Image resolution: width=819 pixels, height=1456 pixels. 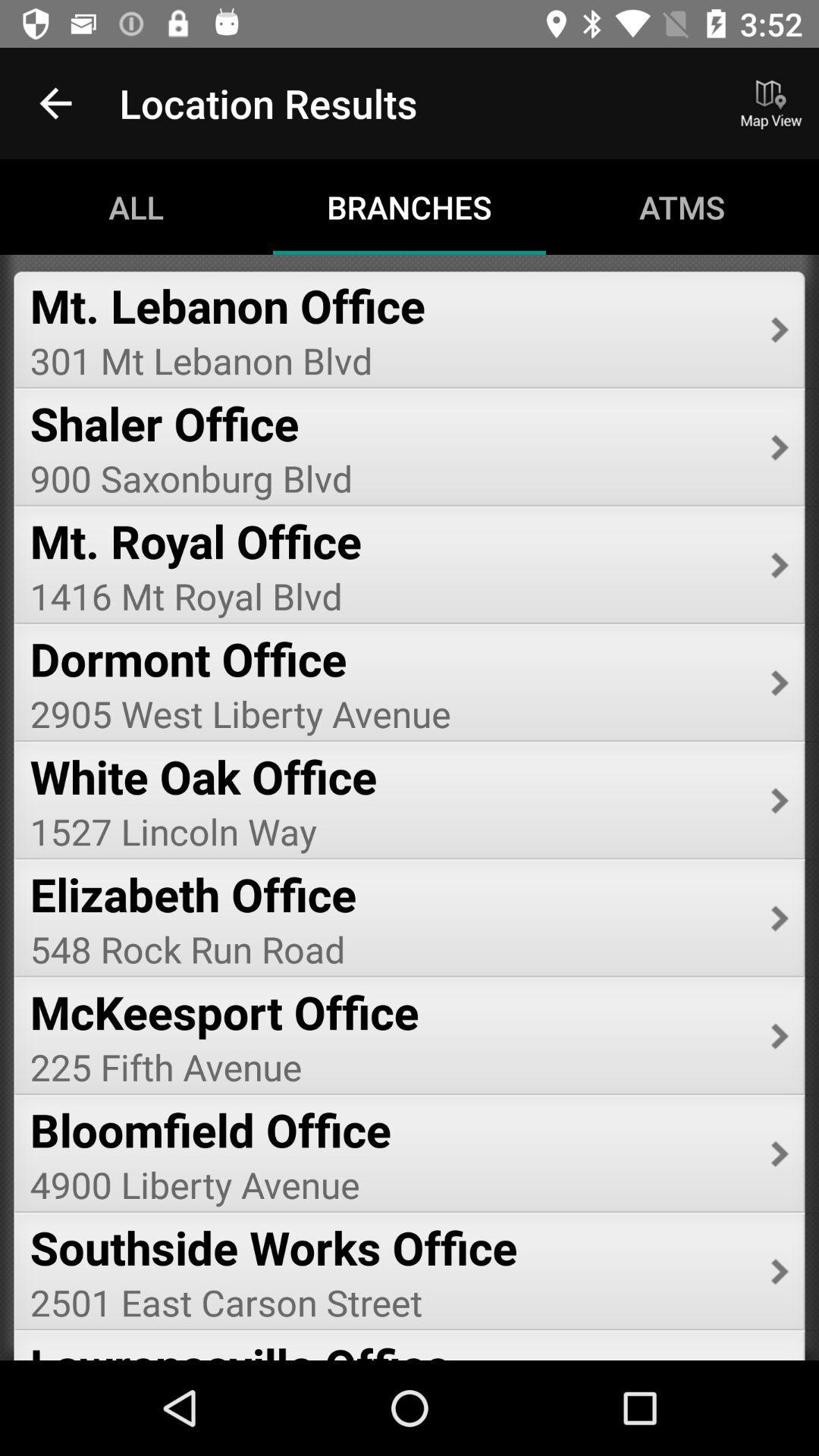 What do you see at coordinates (771, 102) in the screenshot?
I see `icon to the right of location results` at bounding box center [771, 102].